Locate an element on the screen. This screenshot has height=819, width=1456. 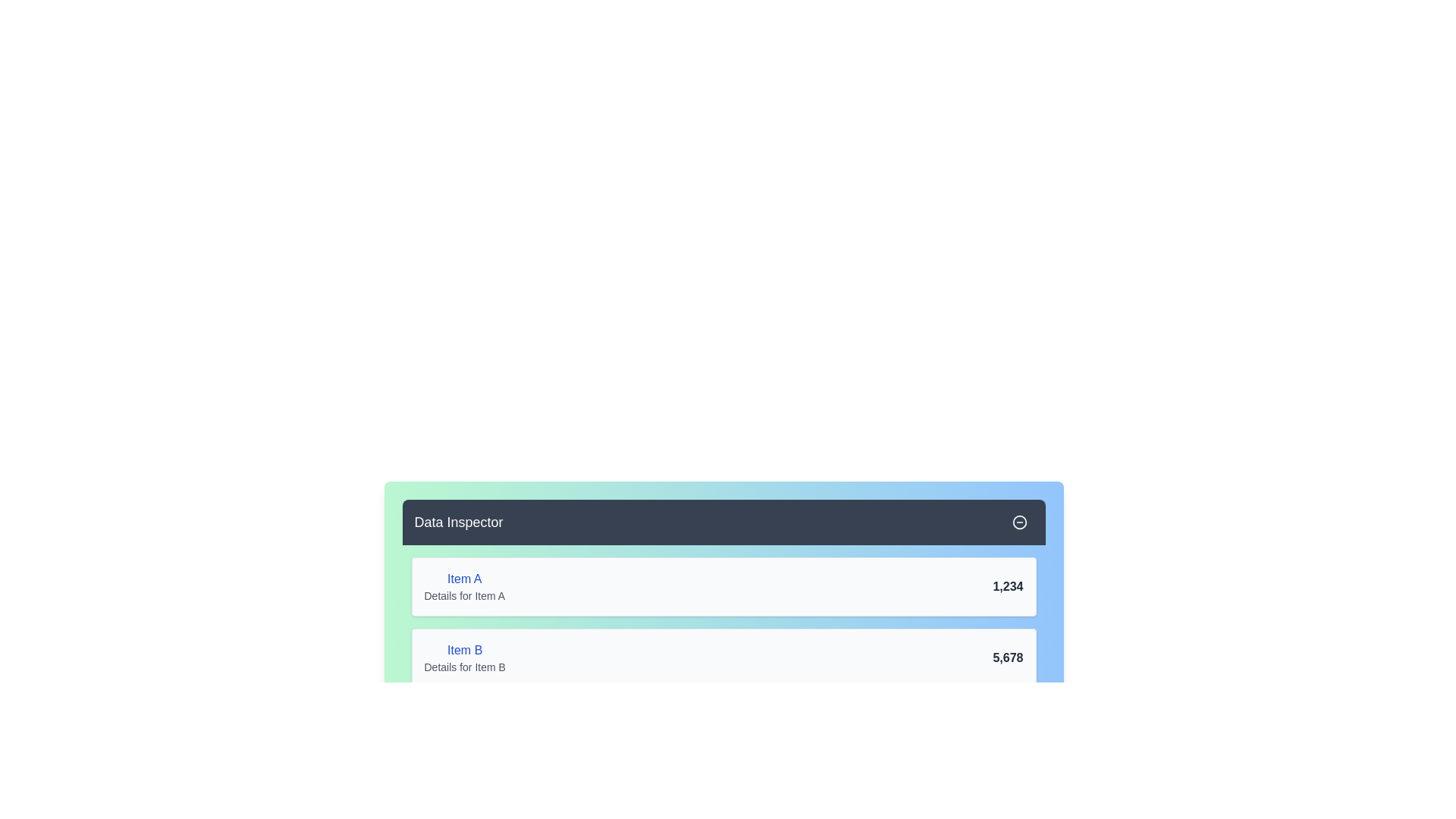
displayed information from the second card in the vertically aligned list of three cards within the 'Data Inspector' section, which showcases details related to 'Item B' is located at coordinates (723, 657).